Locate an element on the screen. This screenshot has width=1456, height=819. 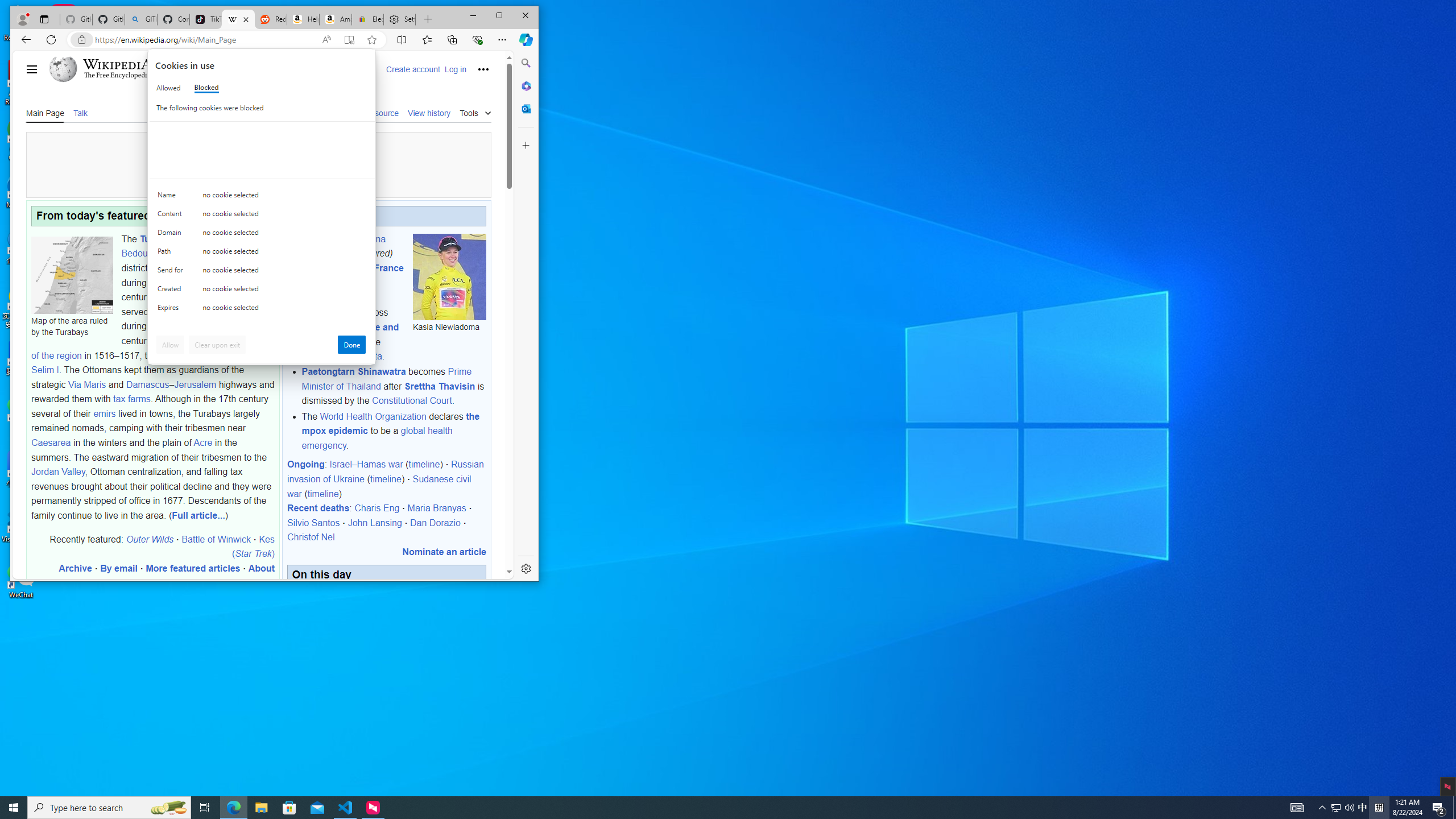
'Microsoft Edge - 1 running window' is located at coordinates (233, 806).